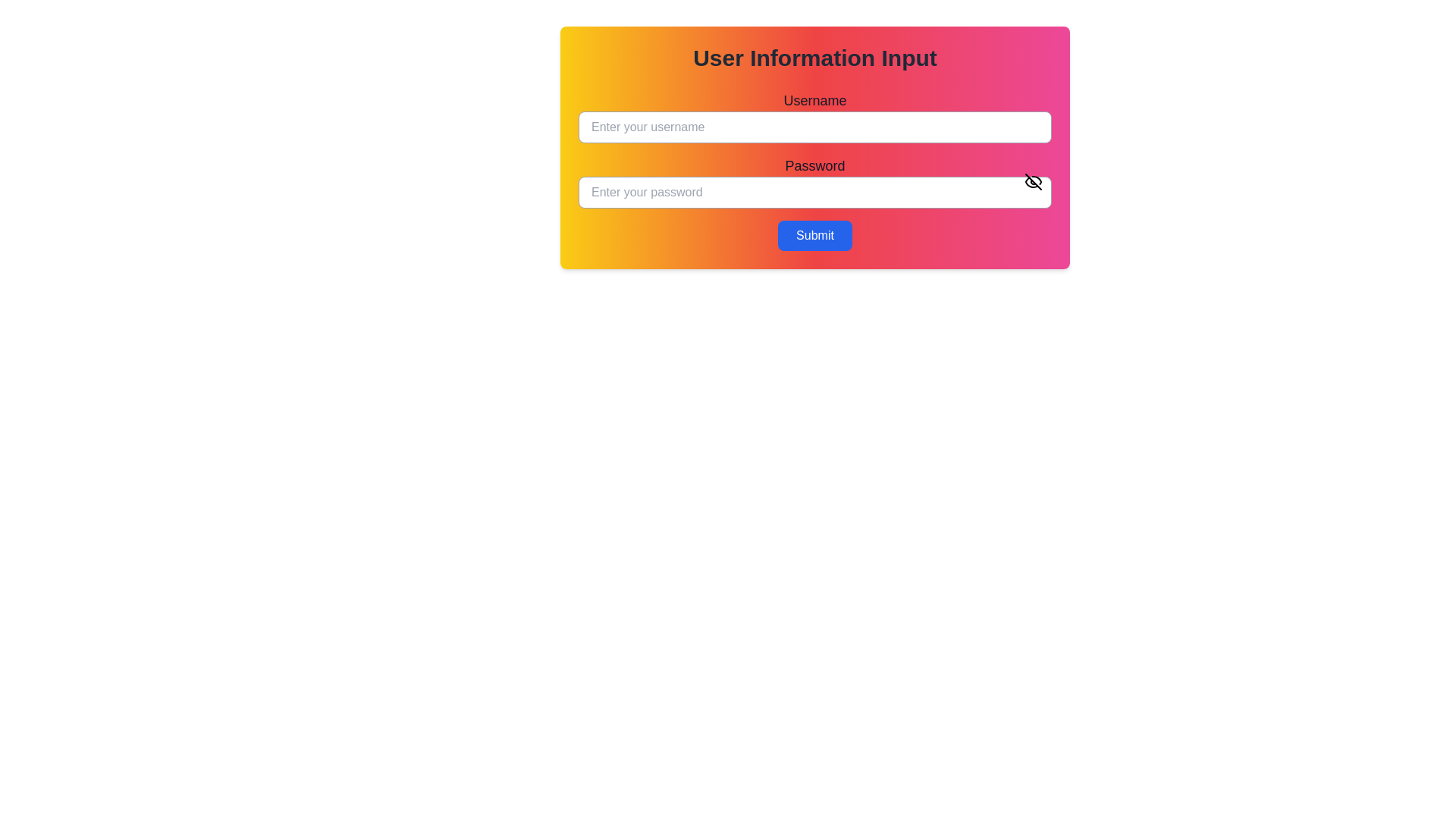 The height and width of the screenshot is (819, 1456). Describe the element at coordinates (814, 236) in the screenshot. I see `the 'Submit' button located at the bottom of the form with a blue background and white text` at that location.